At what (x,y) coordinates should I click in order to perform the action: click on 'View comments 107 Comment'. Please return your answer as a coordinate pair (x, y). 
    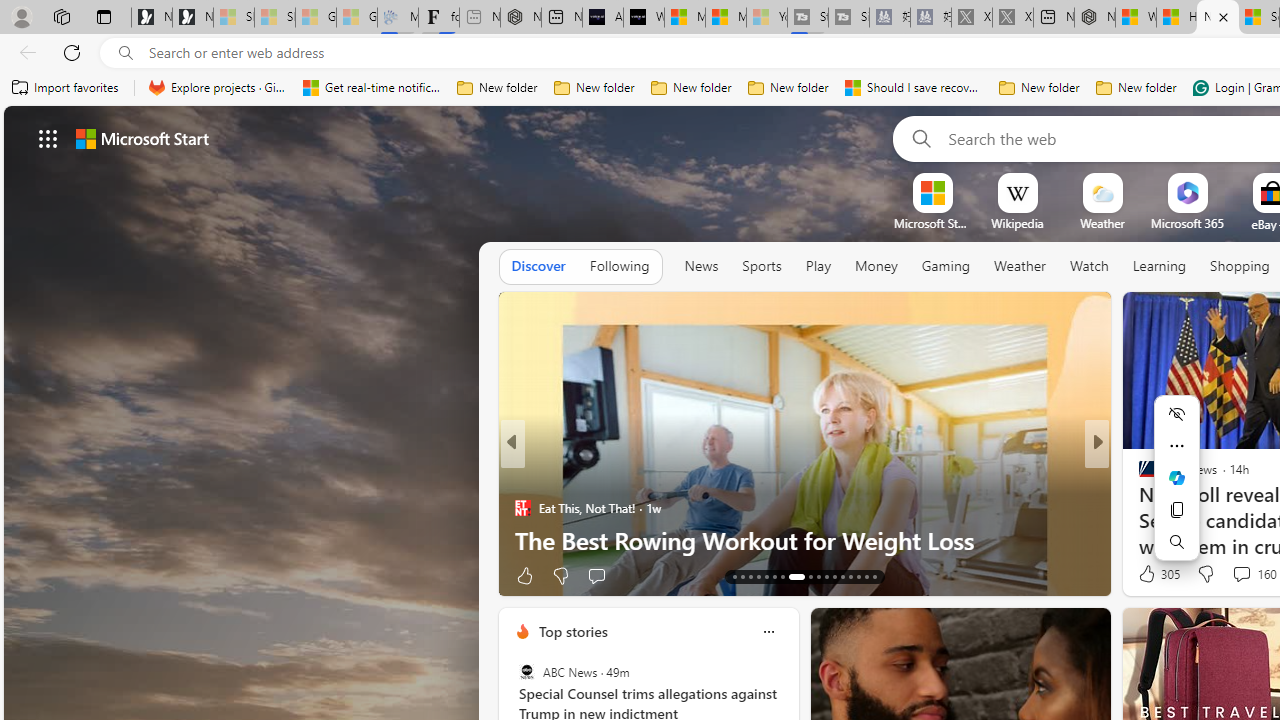
    Looking at the image, I should click on (1234, 575).